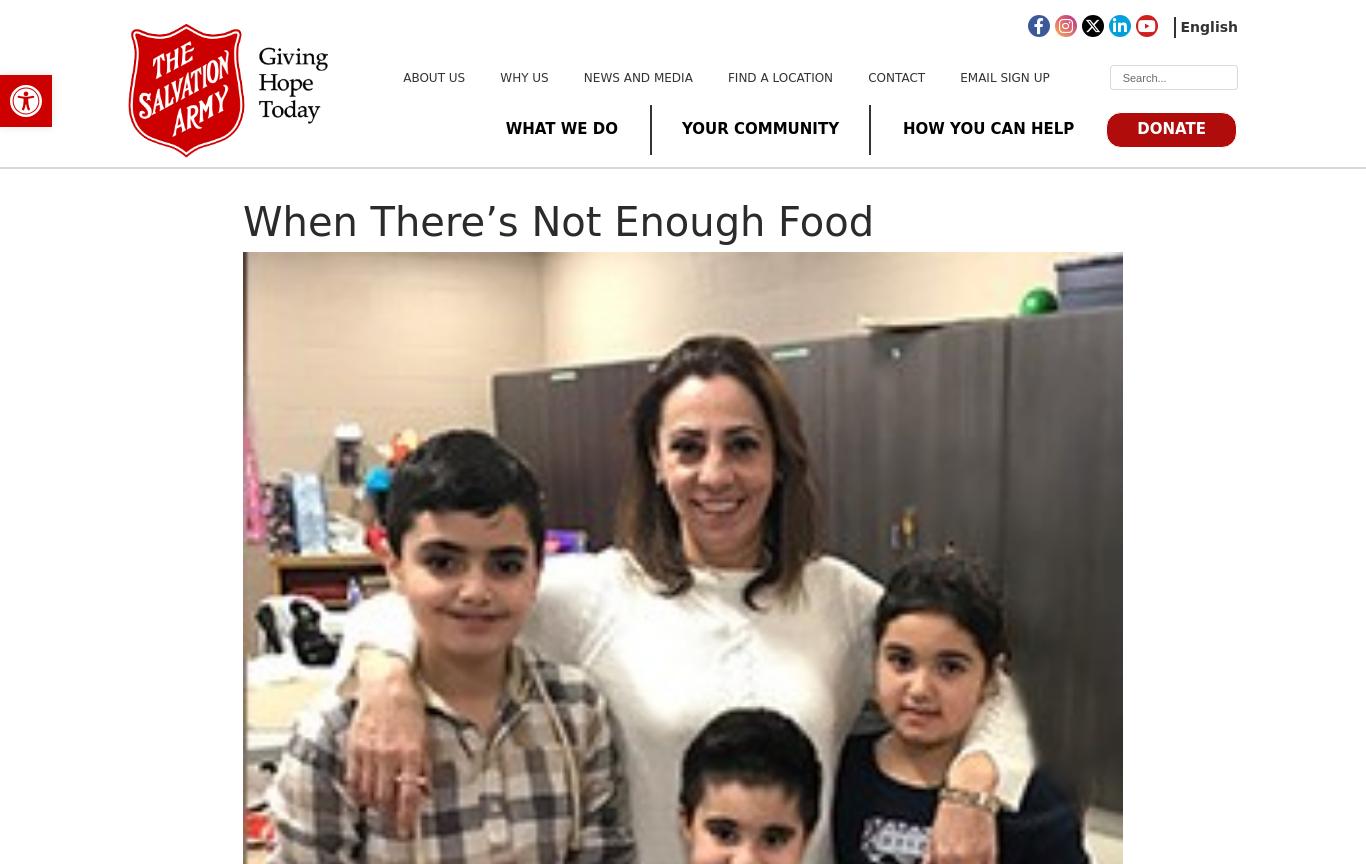 The height and width of the screenshot is (864, 1366). What do you see at coordinates (243, 221) in the screenshot?
I see `'When There’s Not Enough Food'` at bounding box center [243, 221].